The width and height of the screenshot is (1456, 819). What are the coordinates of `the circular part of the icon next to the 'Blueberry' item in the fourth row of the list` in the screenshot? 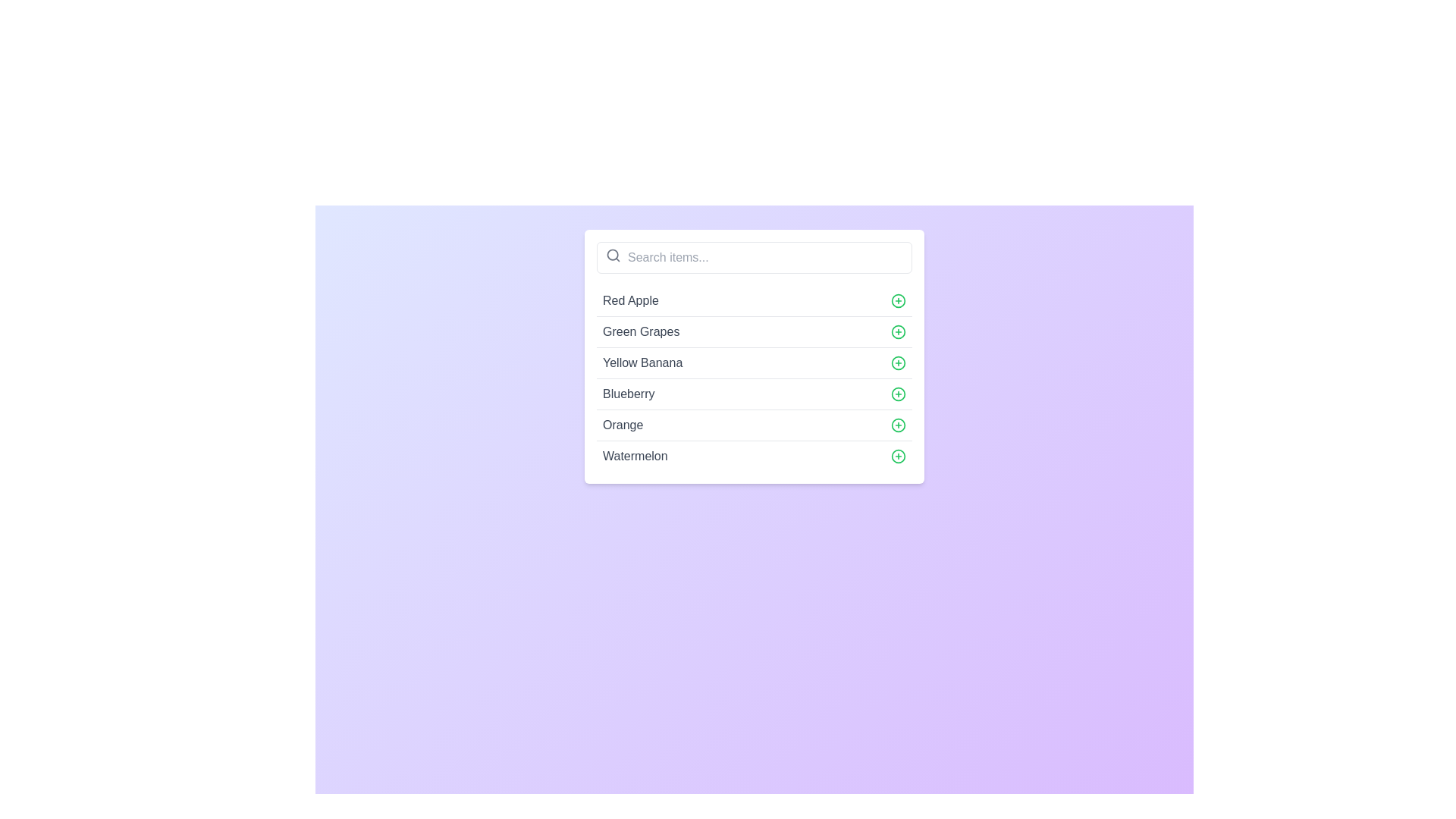 It's located at (899, 393).